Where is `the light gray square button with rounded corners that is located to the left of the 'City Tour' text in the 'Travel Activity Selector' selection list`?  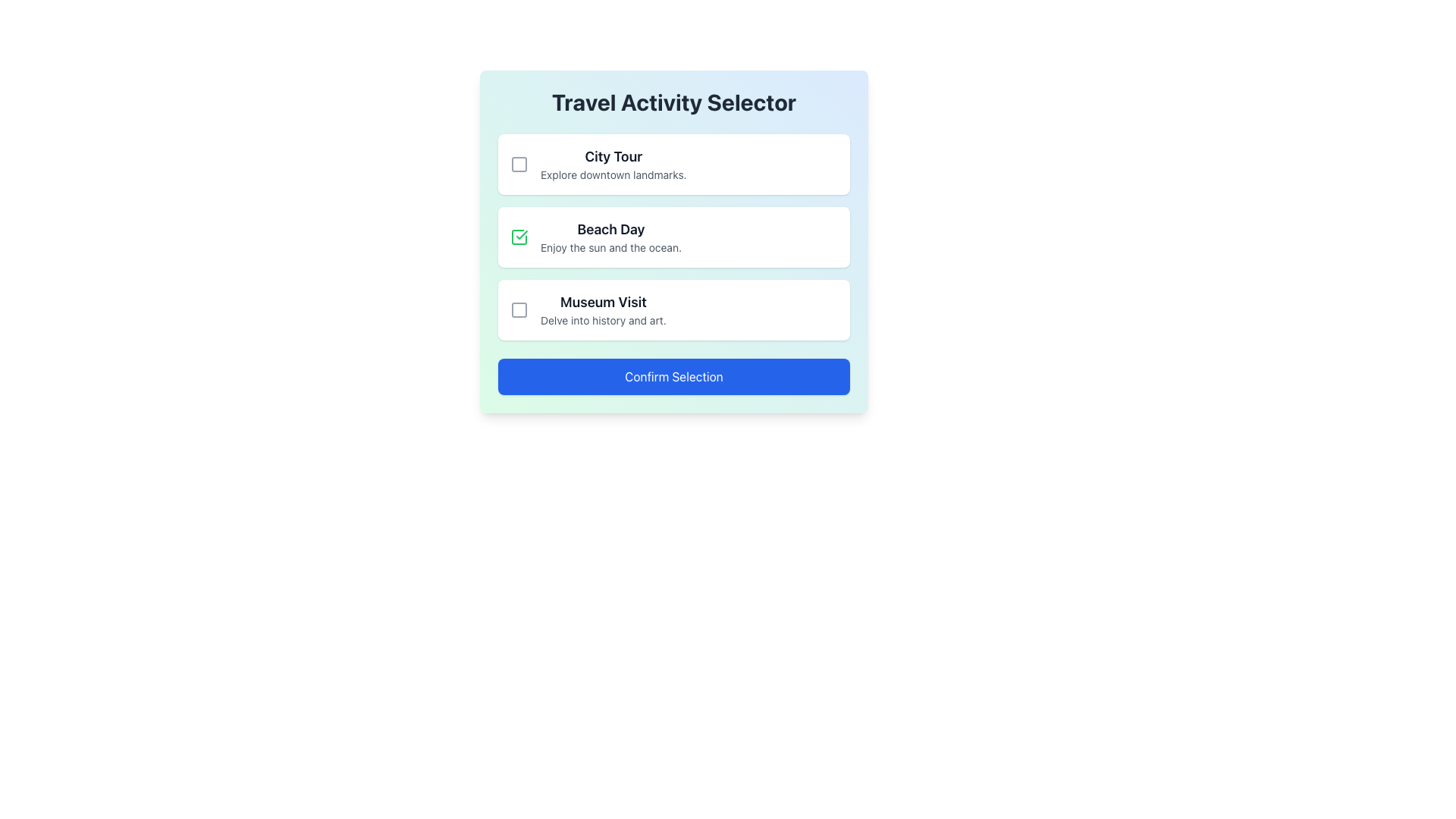
the light gray square button with rounded corners that is located to the left of the 'City Tour' text in the 'Travel Activity Selector' selection list is located at coordinates (519, 164).